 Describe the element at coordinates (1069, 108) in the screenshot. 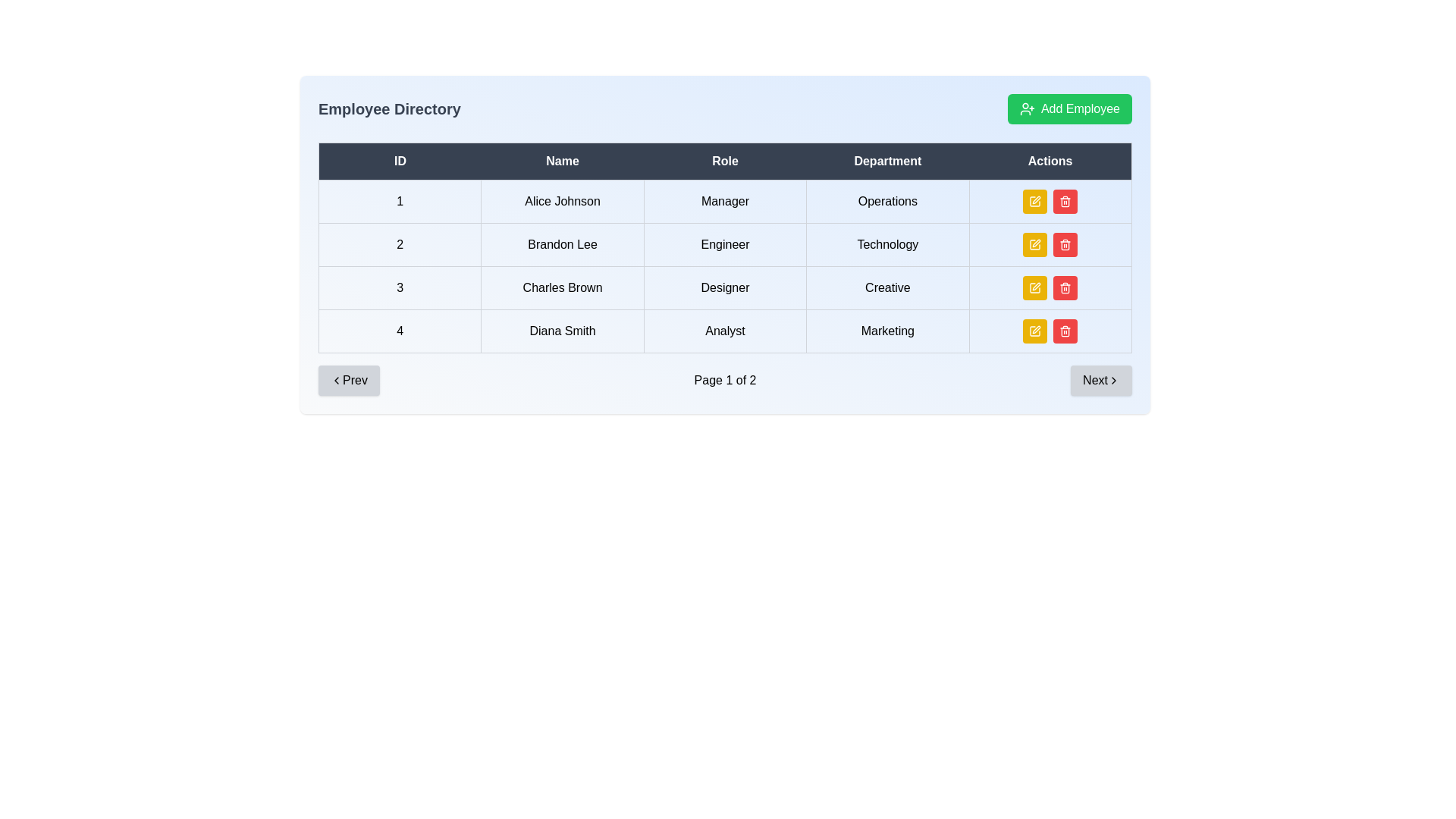

I see `the center of the 'Add Employee' button located to the right of the 'Employee Directory' header to initiate the process of adding a new employee` at that location.